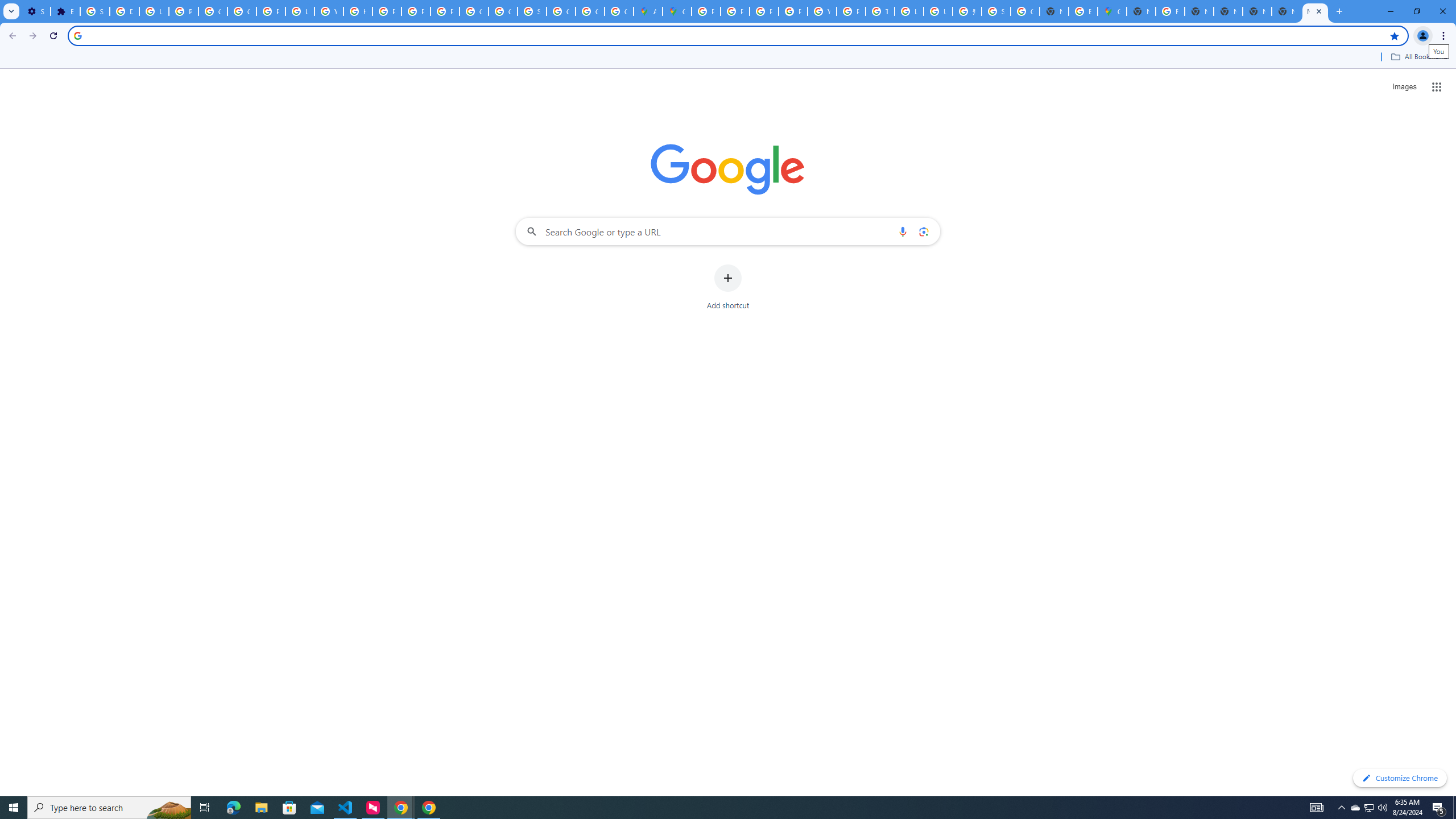  Describe the element at coordinates (879, 11) in the screenshot. I see `'Tips & tricks for Chrome - Google Chrome Help'` at that location.